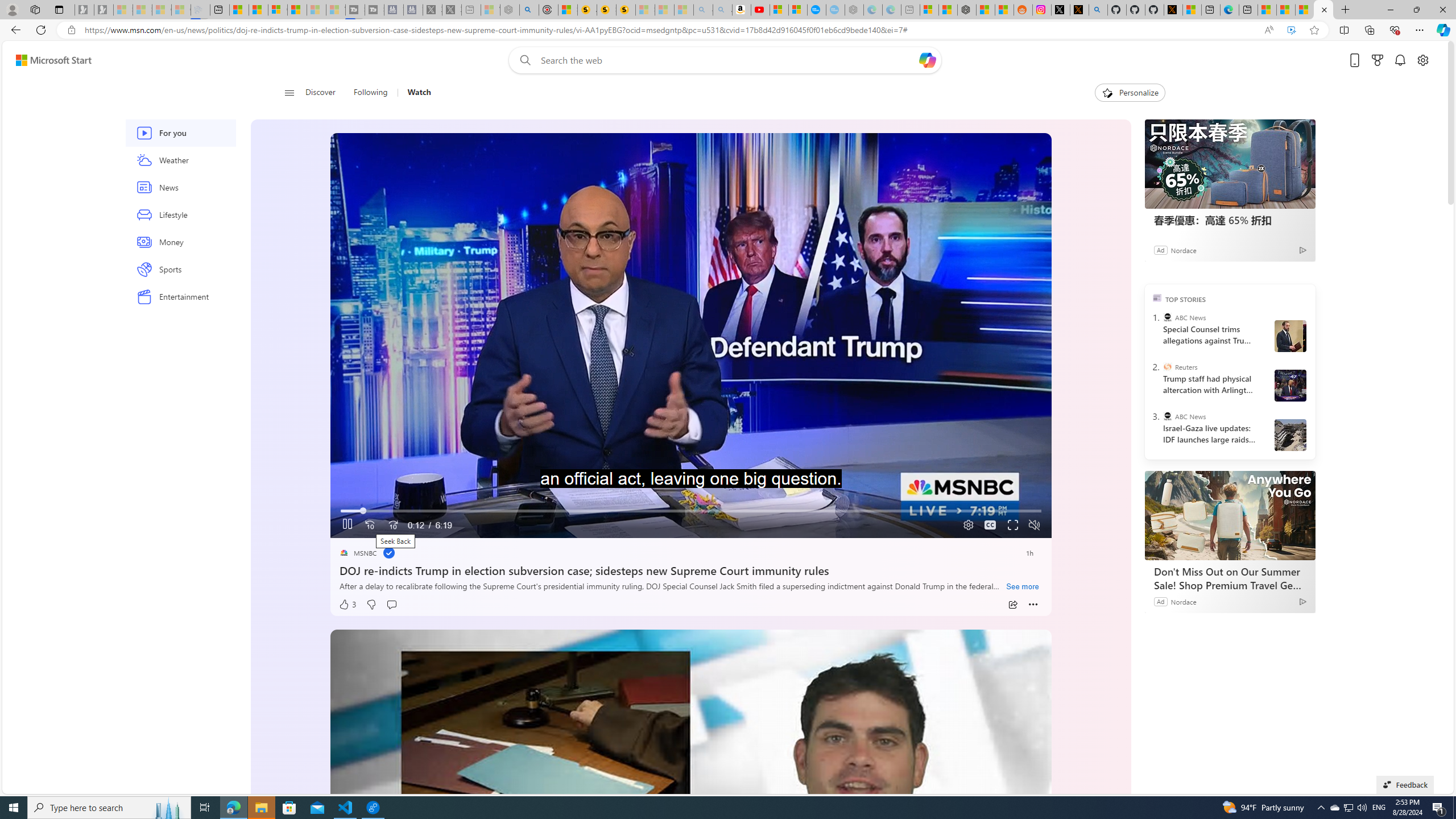  What do you see at coordinates (1377, 60) in the screenshot?
I see `'Microsoft rewards'` at bounding box center [1377, 60].